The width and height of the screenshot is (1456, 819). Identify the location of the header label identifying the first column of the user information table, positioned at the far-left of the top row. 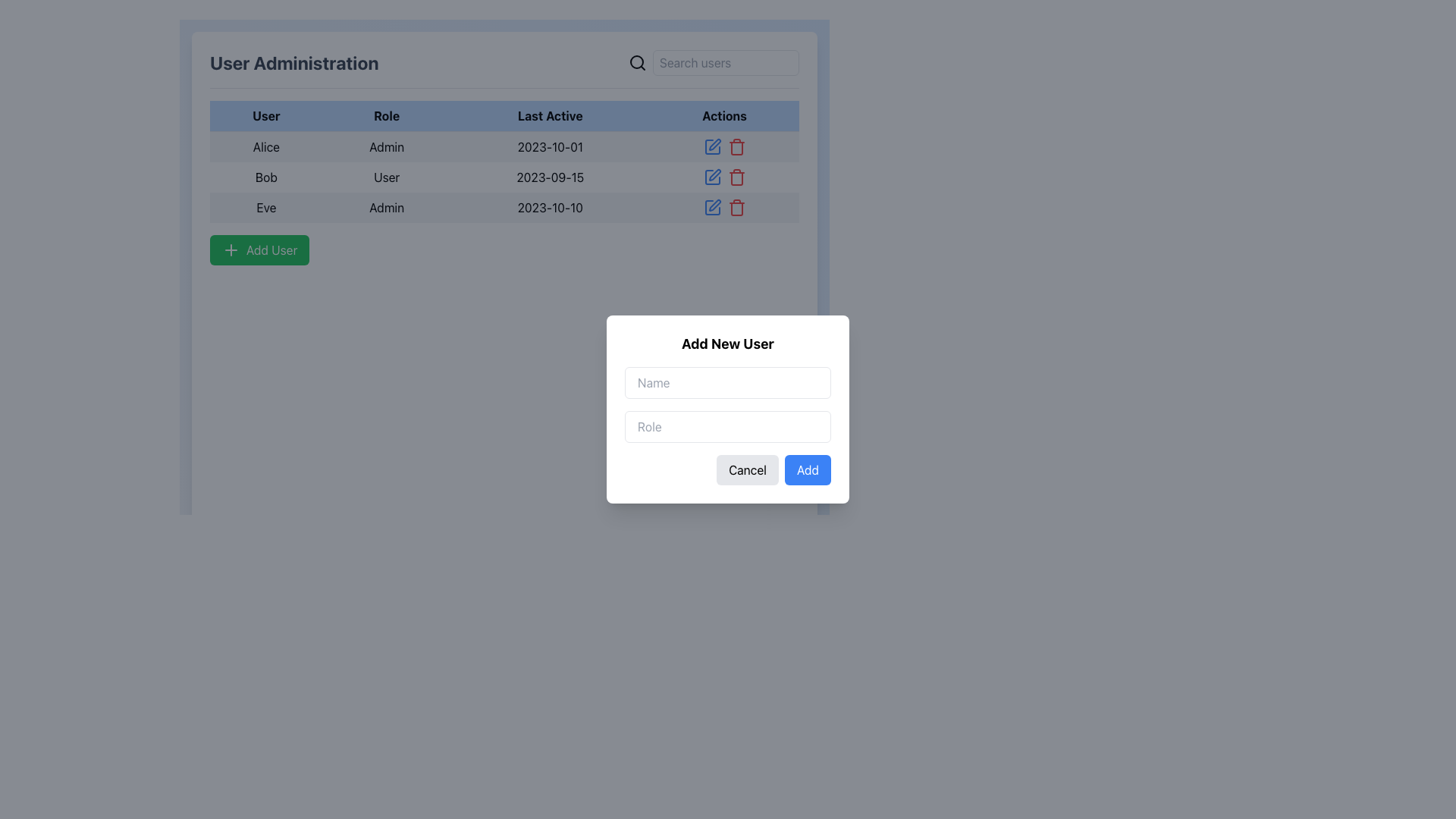
(266, 115).